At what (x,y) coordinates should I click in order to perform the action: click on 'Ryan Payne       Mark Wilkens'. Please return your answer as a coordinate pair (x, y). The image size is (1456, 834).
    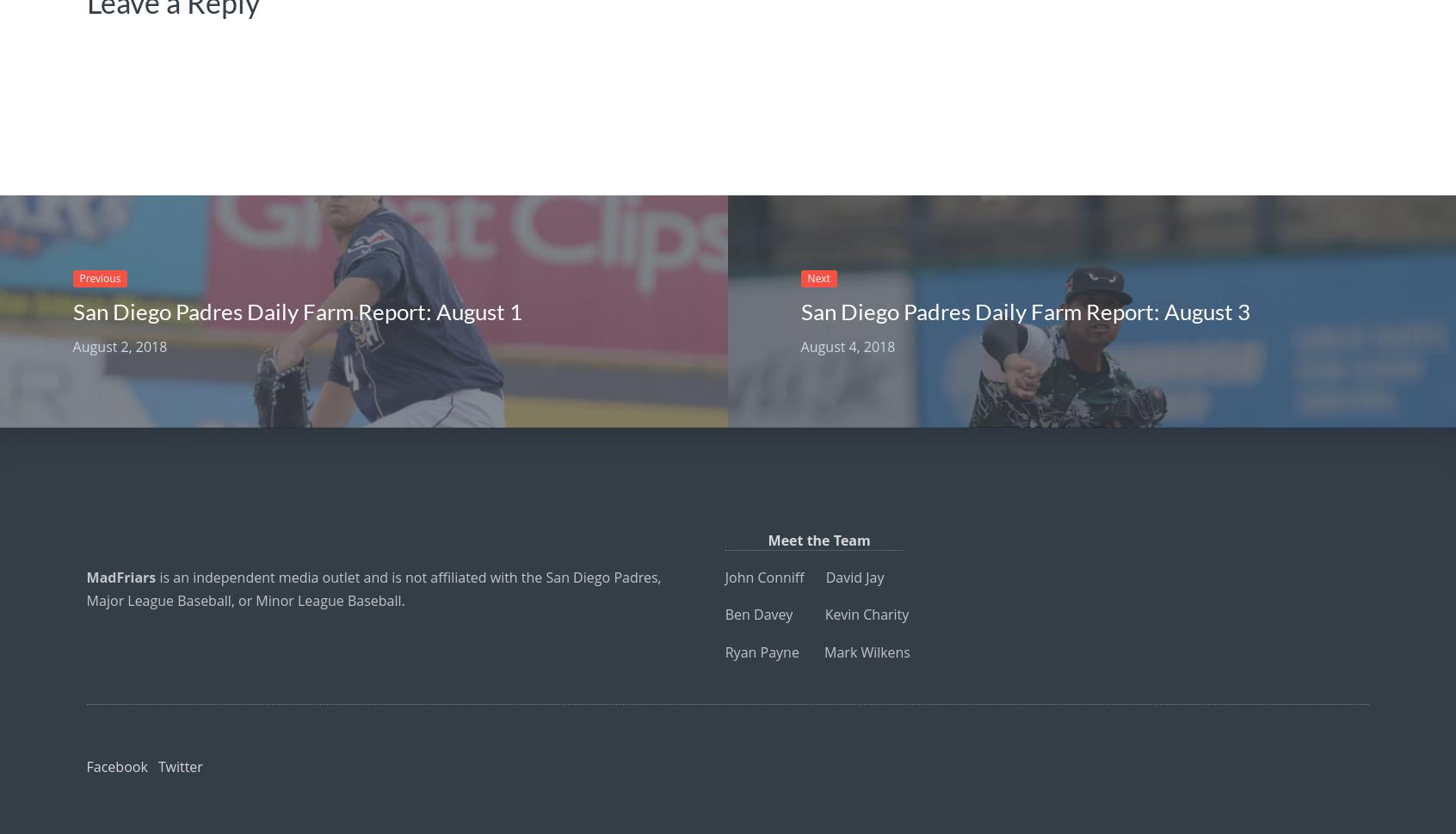
    Looking at the image, I should click on (817, 650).